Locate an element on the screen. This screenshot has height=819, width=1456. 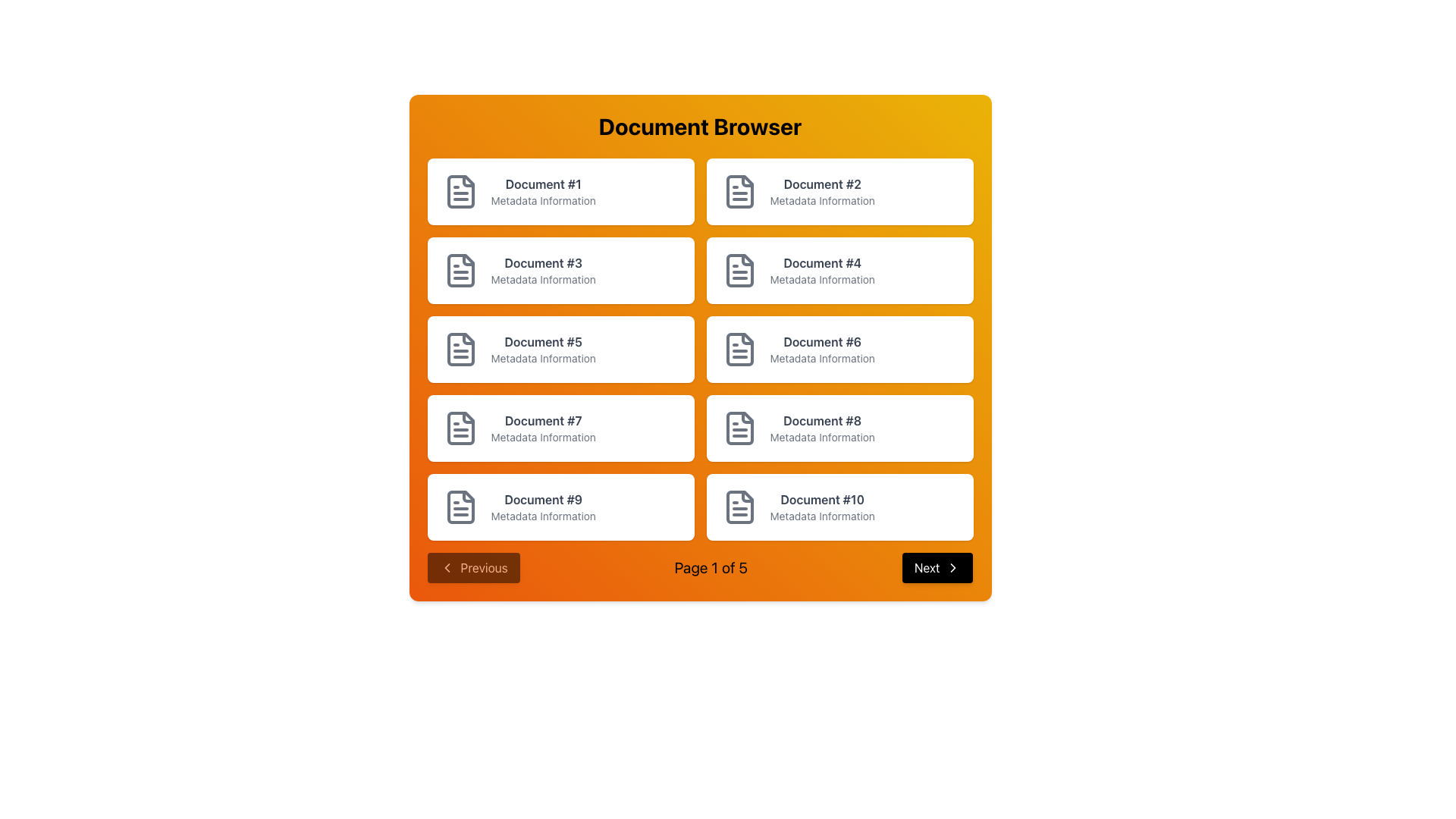
the text label displaying 'Metadata Information', which is styled in a smaller gray font and located beneath 'Document #4' in a card layout within the 'Document Browser' interface is located at coordinates (821, 280).